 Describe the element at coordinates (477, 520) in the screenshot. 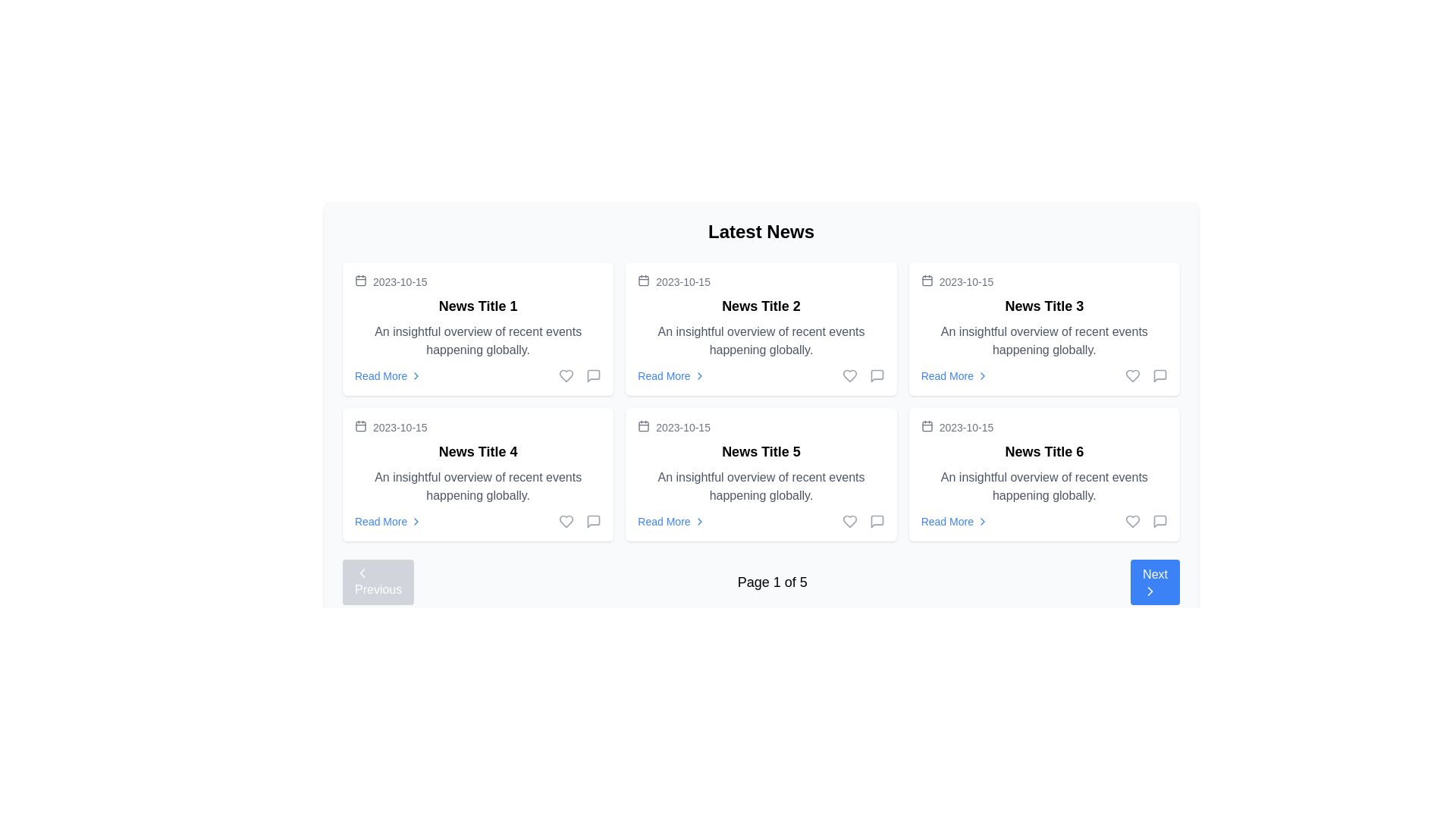

I see `the 'Read More' link at the bottom of the news card for 'News Title 4'` at that location.